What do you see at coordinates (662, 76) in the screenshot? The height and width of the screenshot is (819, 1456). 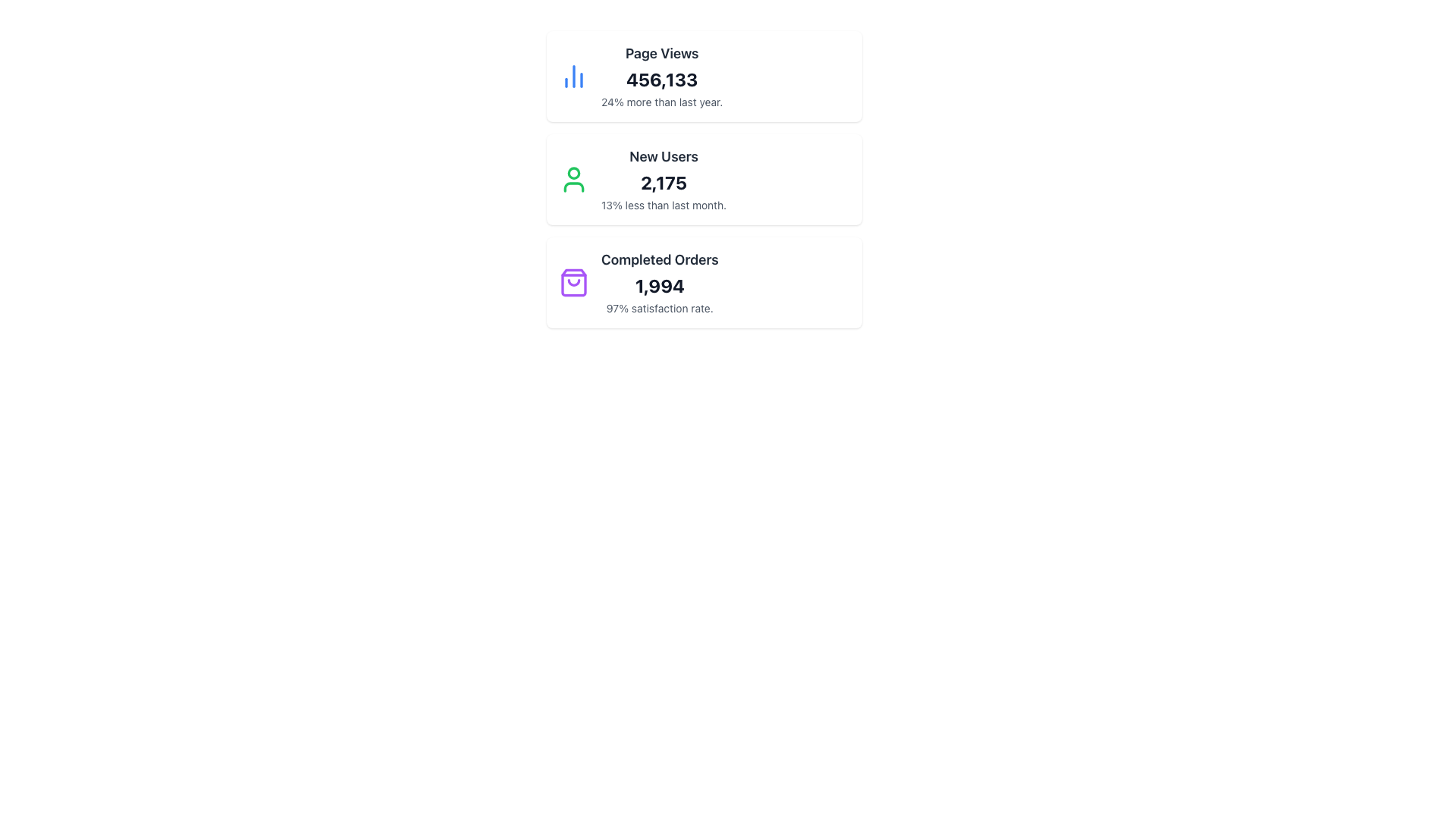 I see `the Data Display Component that shows 'Page Views' with the value '456,133' and the note '24% more than last year.'` at bounding box center [662, 76].